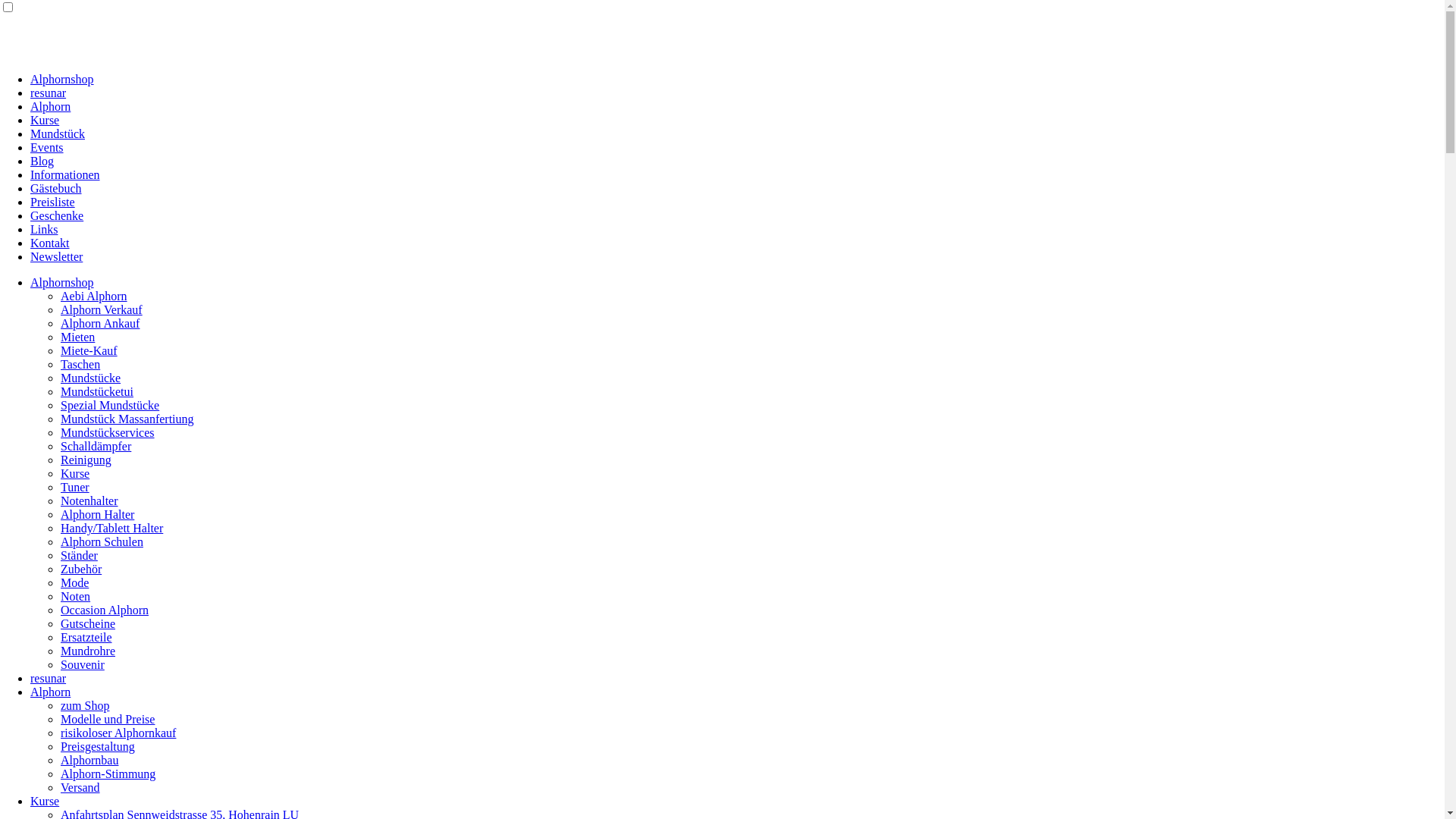 This screenshot has height=819, width=1456. I want to click on 'Kurse', so click(44, 119).